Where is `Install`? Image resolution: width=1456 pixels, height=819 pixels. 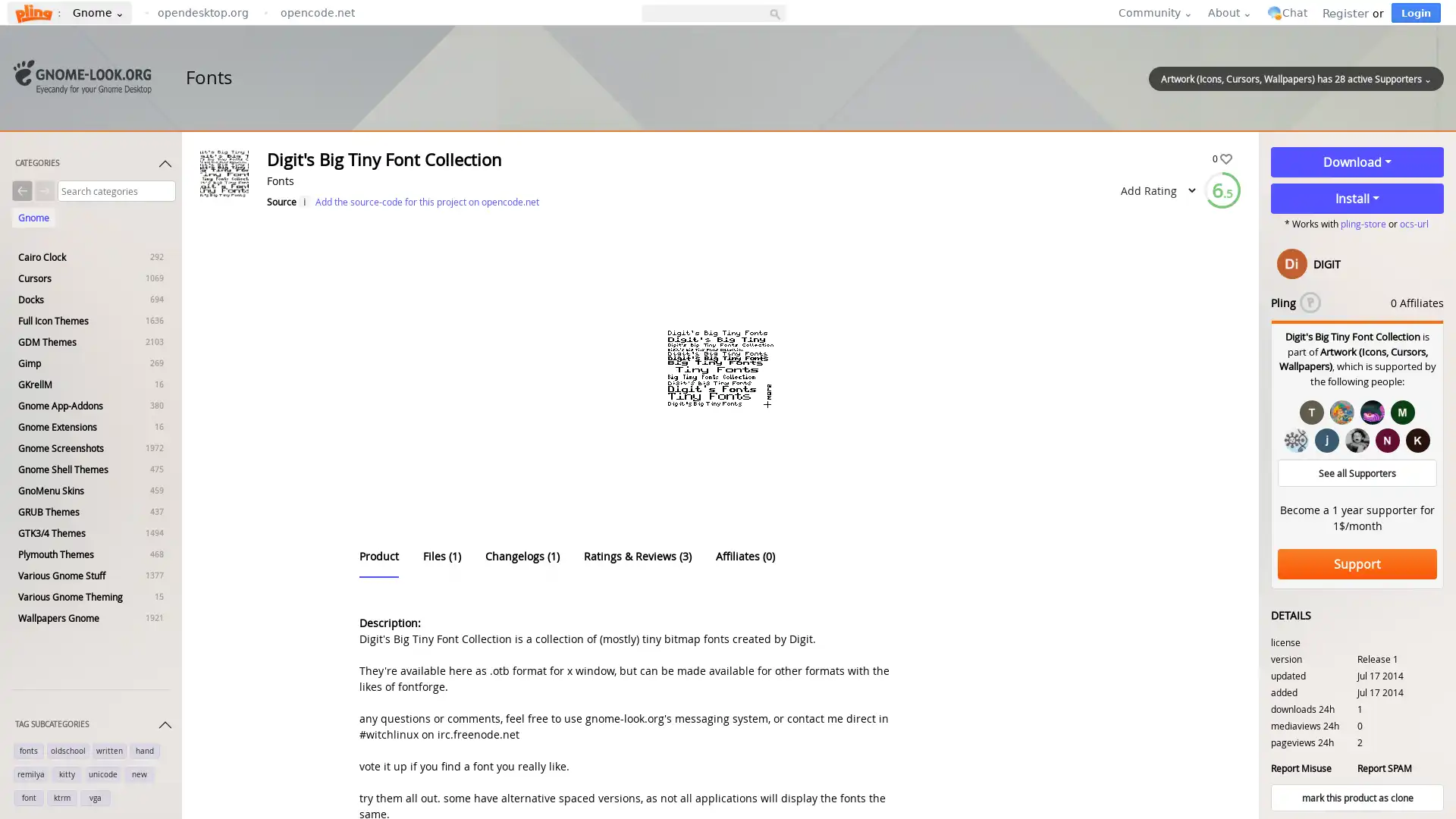 Install is located at coordinates (1357, 198).